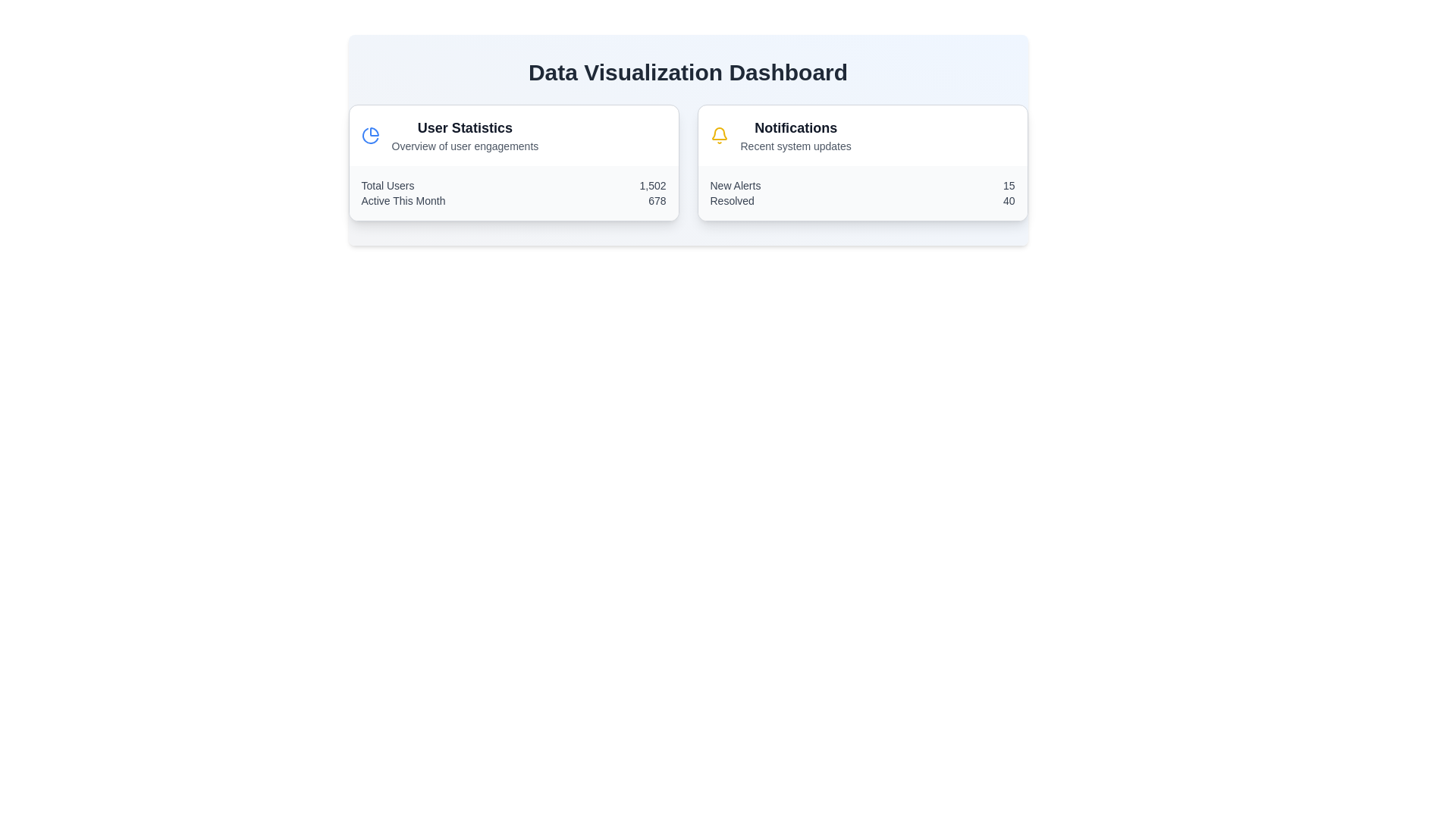 This screenshot has height=819, width=1456. Describe the element at coordinates (718, 134) in the screenshot. I see `the icon for Notifications to trigger its functionality` at that location.